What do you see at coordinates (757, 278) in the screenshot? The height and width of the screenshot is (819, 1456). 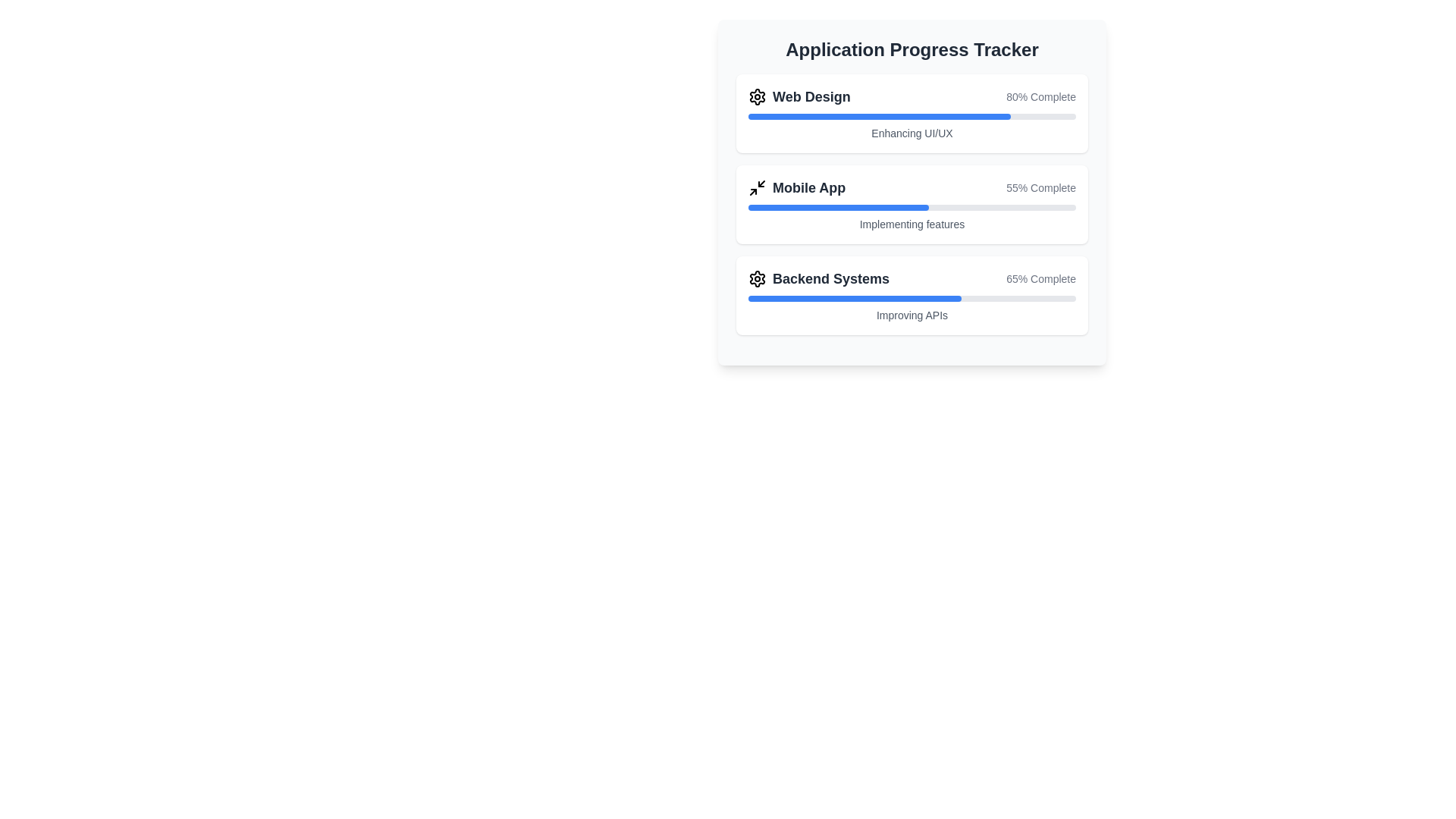 I see `the settings icon located immediately to the left of the 'Backend Systems' text` at bounding box center [757, 278].